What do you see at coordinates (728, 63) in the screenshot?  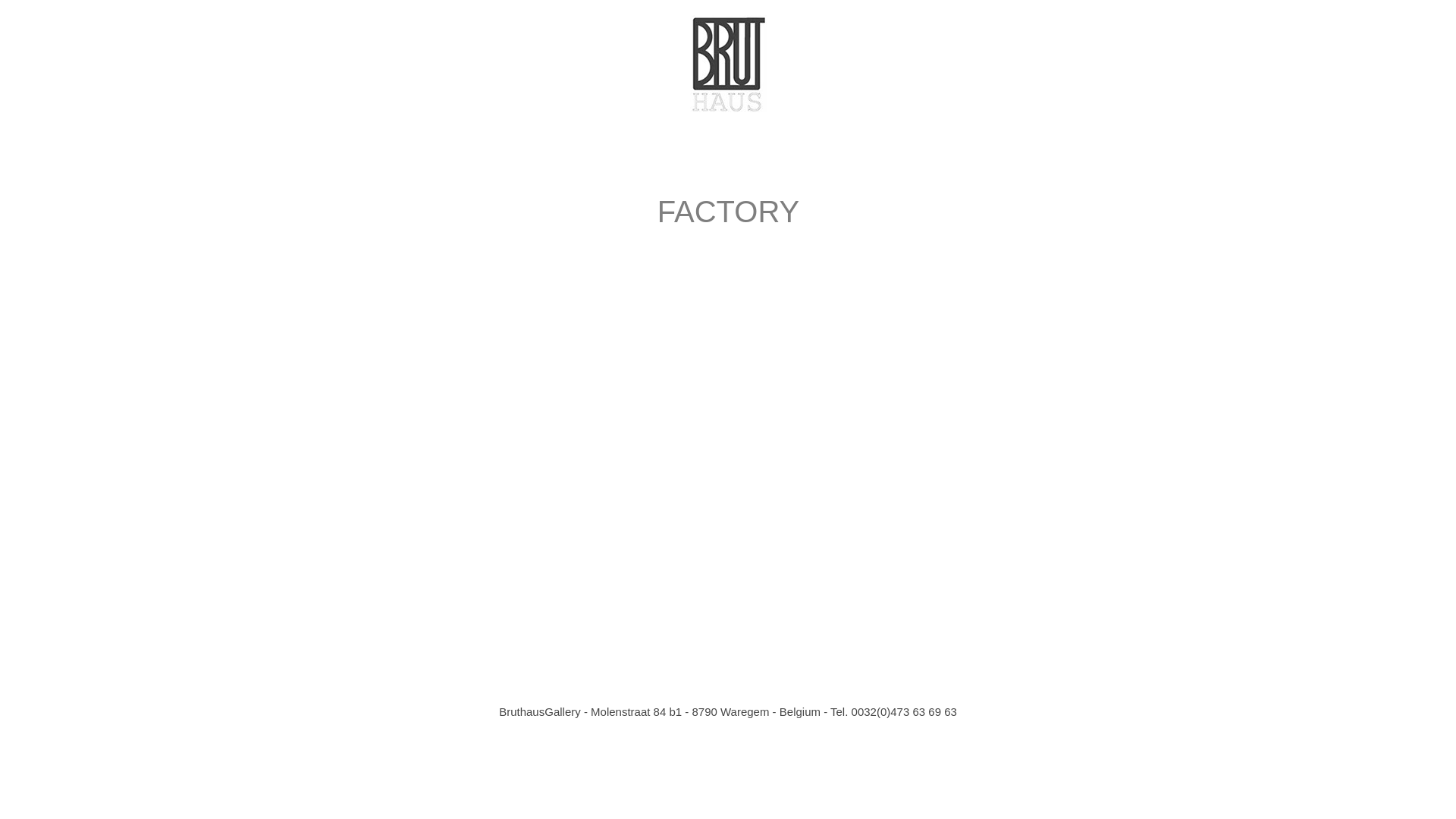 I see `'Bruthaus logo'` at bounding box center [728, 63].